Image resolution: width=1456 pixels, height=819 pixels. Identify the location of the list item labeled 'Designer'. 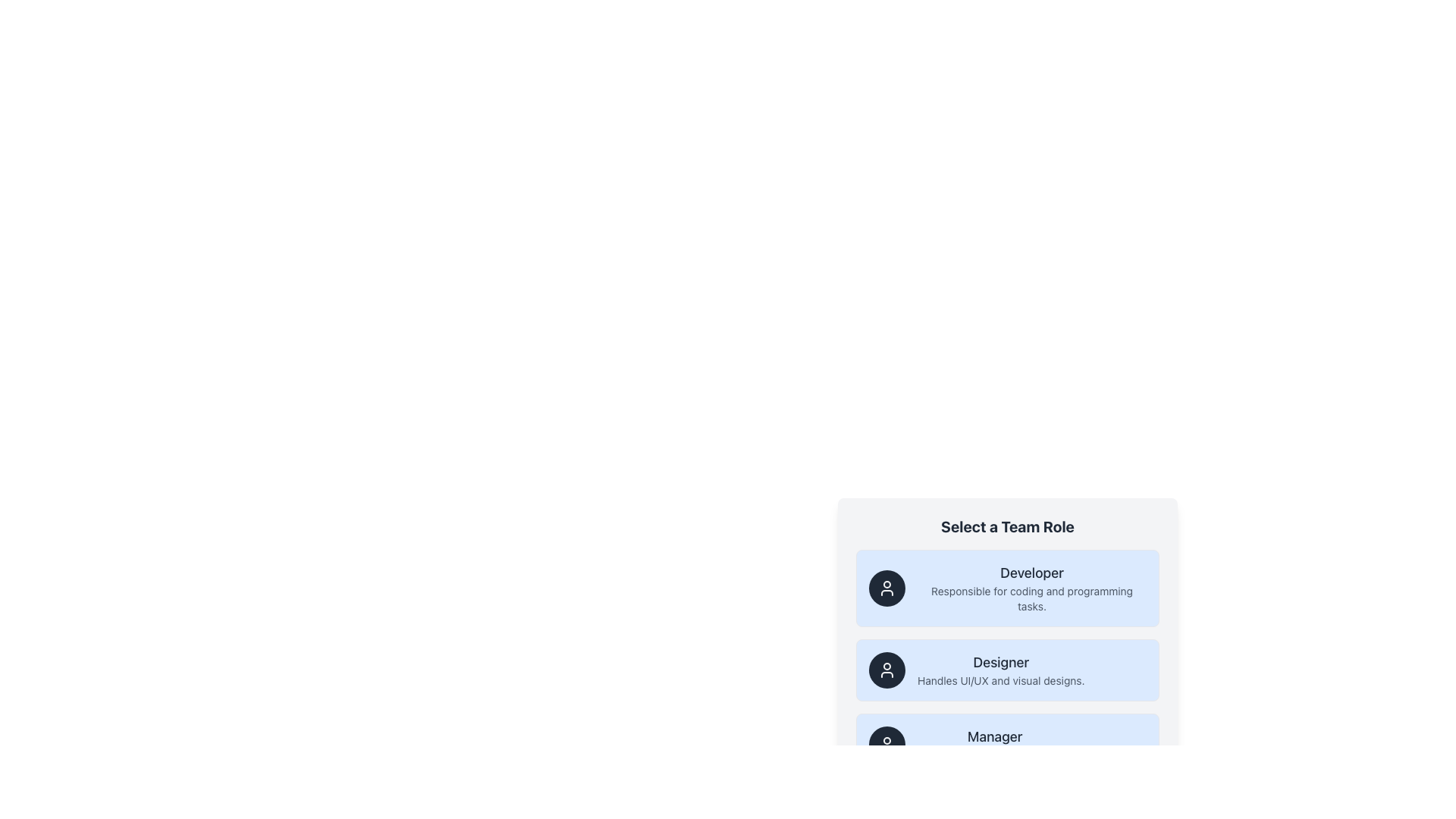
(1008, 646).